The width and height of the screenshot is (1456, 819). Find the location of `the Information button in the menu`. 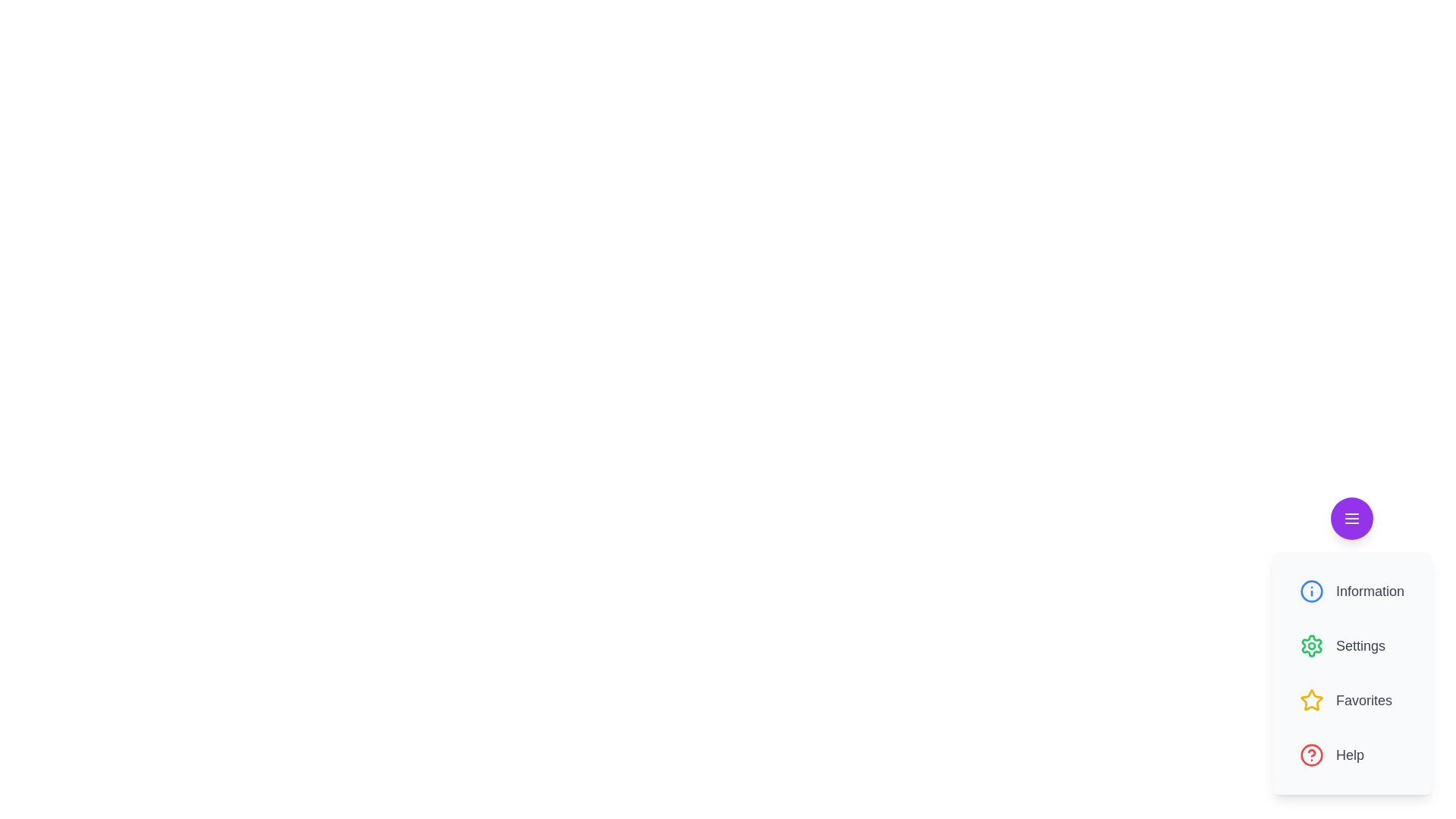

the Information button in the menu is located at coordinates (1351, 590).